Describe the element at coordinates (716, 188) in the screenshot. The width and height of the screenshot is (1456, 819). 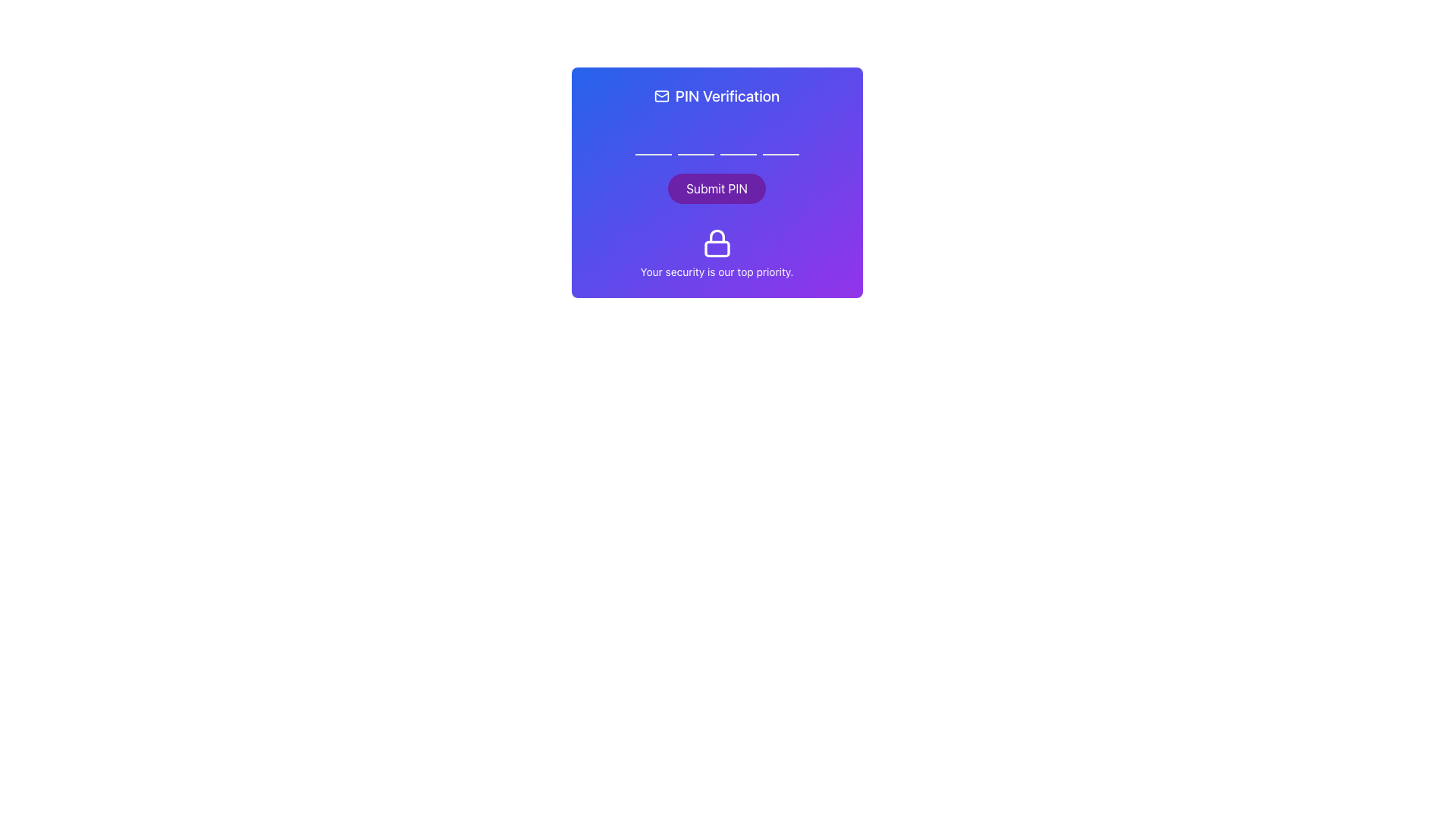
I see `the 'Submit PIN' button to observe its shade change, which is styled with rounded corners and a purple background` at that location.